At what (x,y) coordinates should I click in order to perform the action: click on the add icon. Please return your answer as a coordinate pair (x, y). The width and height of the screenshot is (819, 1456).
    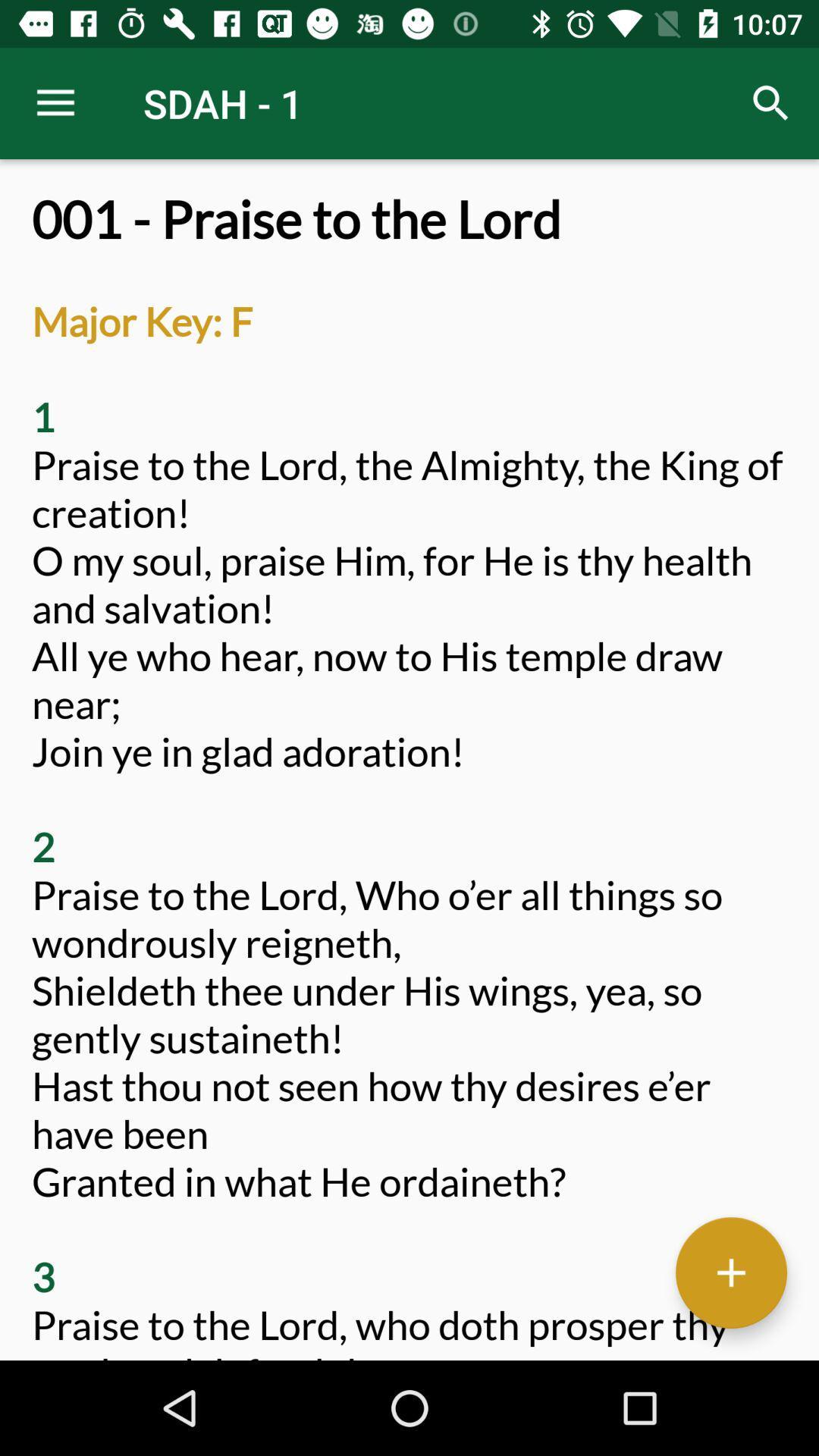
    Looking at the image, I should click on (730, 1272).